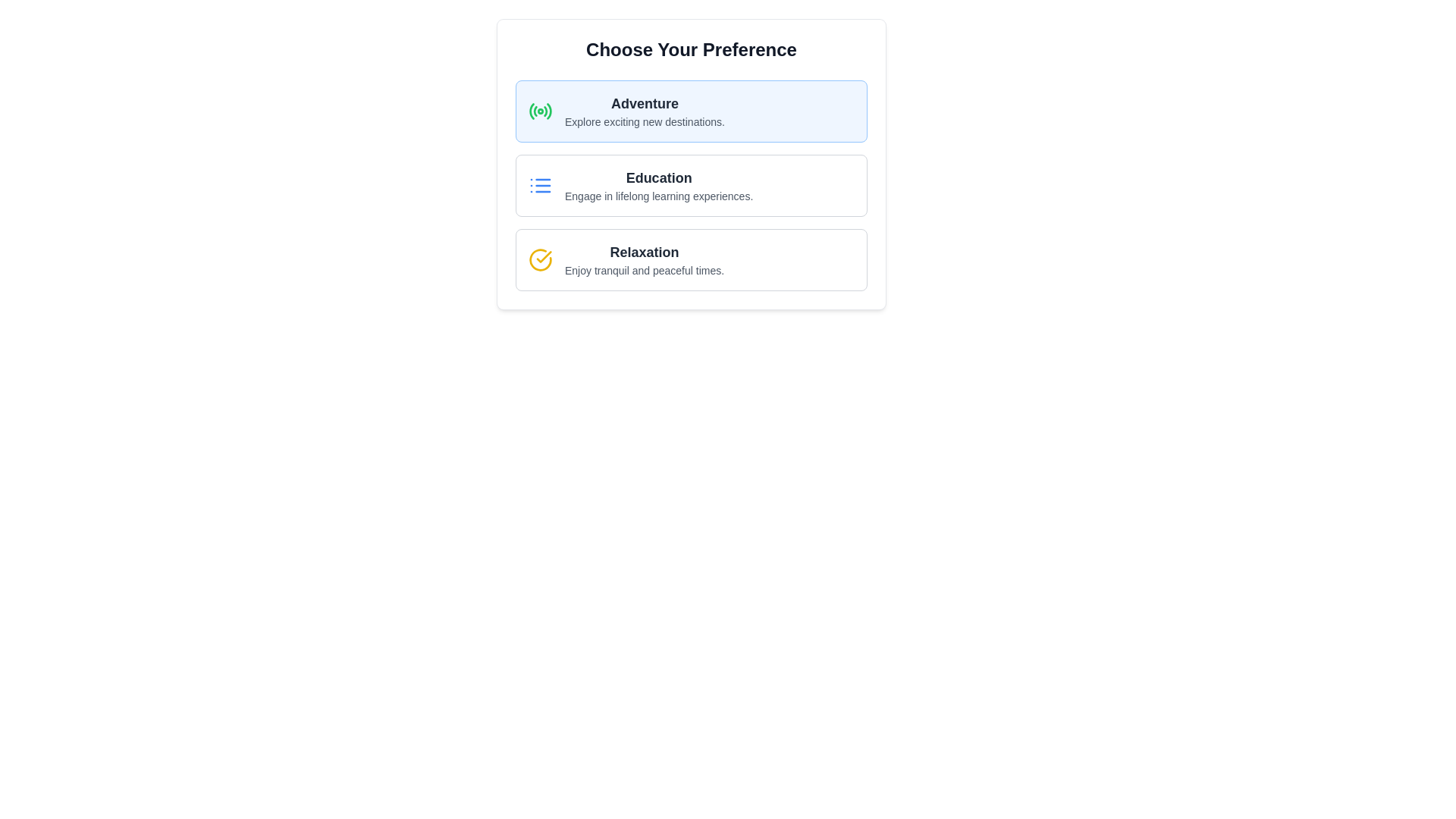 The width and height of the screenshot is (1456, 819). Describe the element at coordinates (541, 110) in the screenshot. I see `the design of the radiating green icon resembling a radio signal, located in the top-left corner of the 'Adventure' card, adjacent to the 'Adventure' text` at that location.